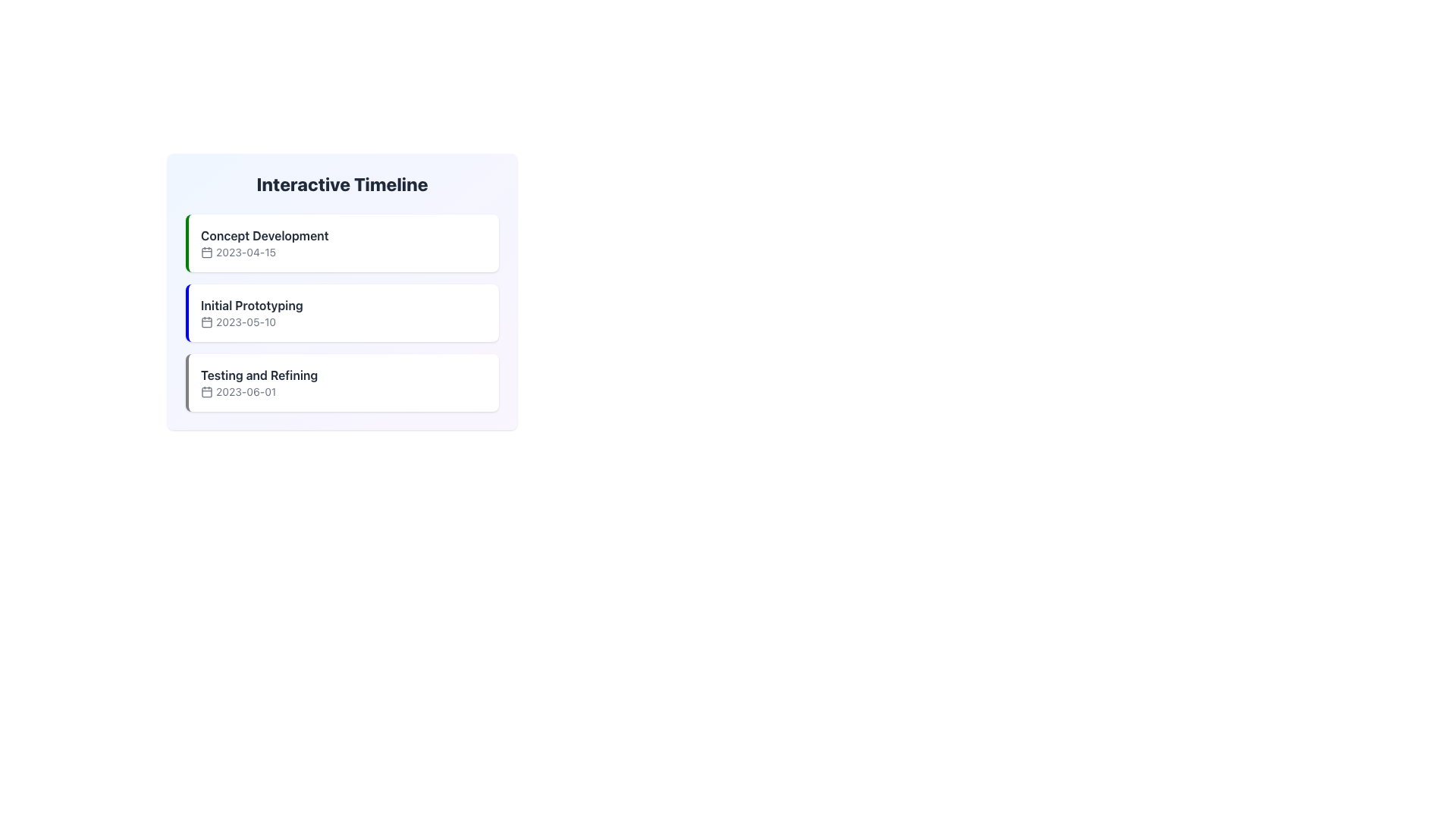 This screenshot has height=819, width=1456. Describe the element at coordinates (251, 312) in the screenshot. I see `to select the timeline entry labeled 'Initial Prototyping' which includes a bold title and a date below it, along with a calendar icon to the left` at that location.